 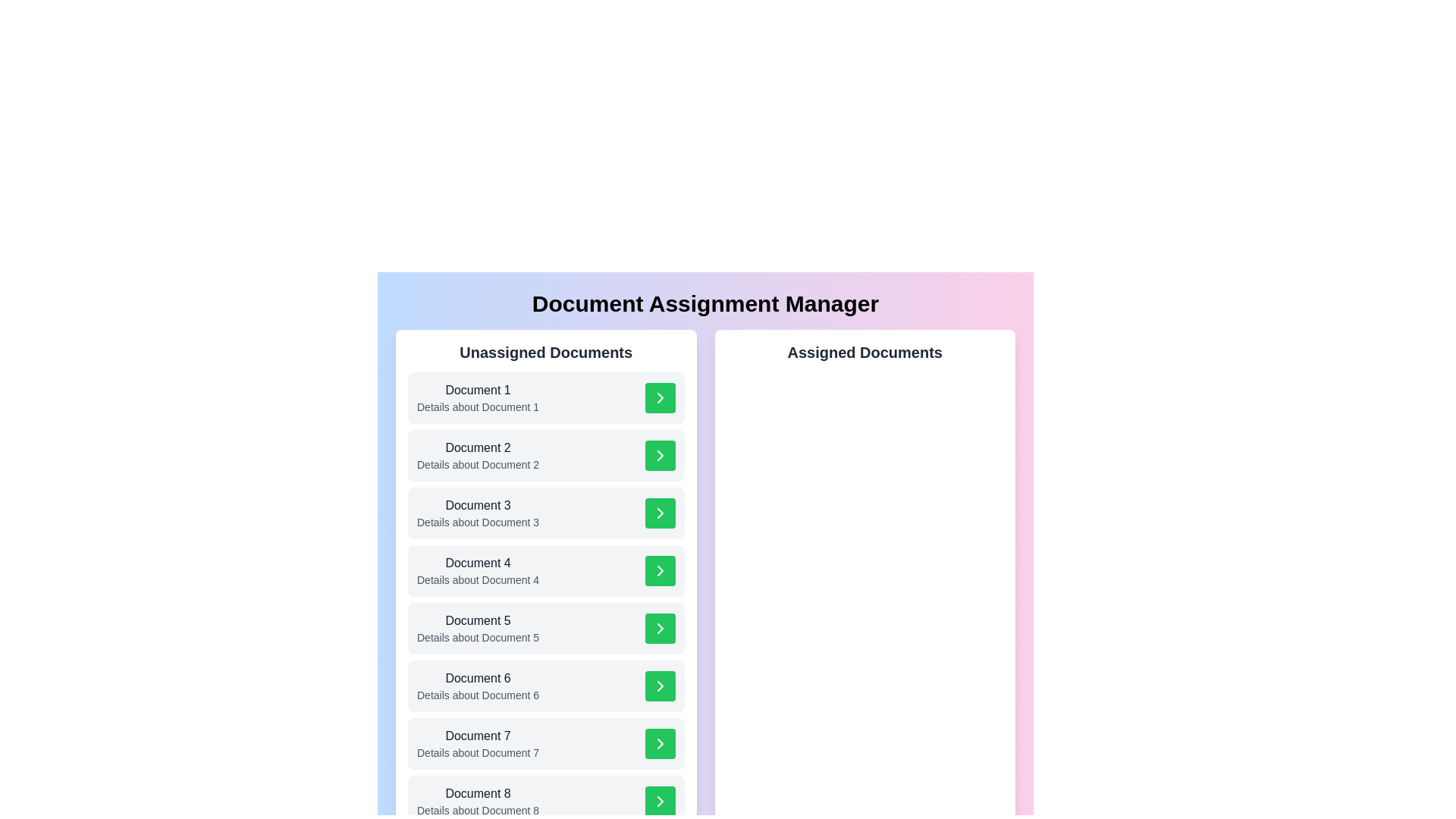 What do you see at coordinates (660, 686) in the screenshot?
I see `the icon located centrally inside the green button for 'Document 6' in the 'Unassigned Documents' section` at bounding box center [660, 686].